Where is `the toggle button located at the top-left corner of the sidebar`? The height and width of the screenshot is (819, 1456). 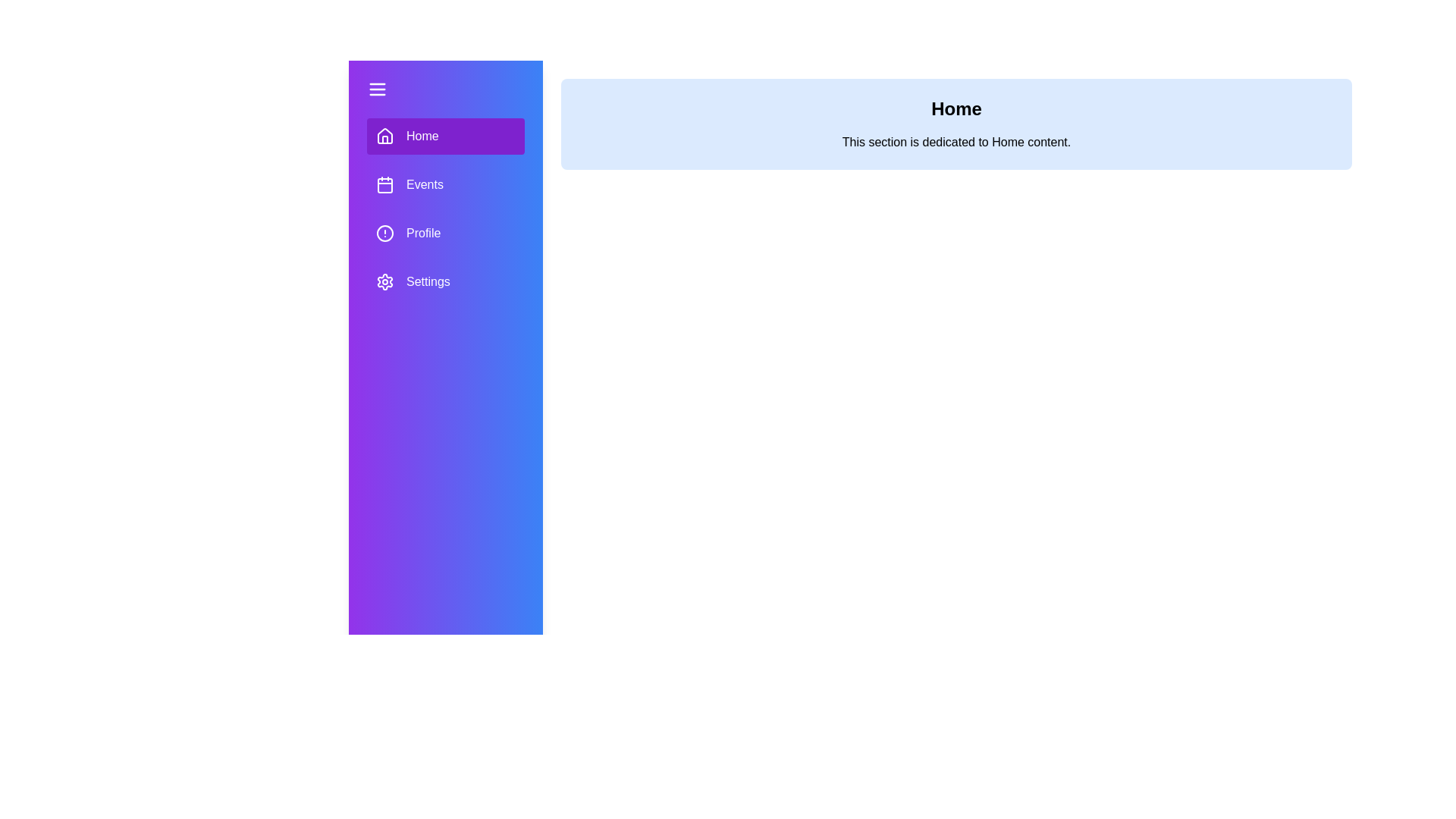 the toggle button located at the top-left corner of the sidebar is located at coordinates (378, 89).